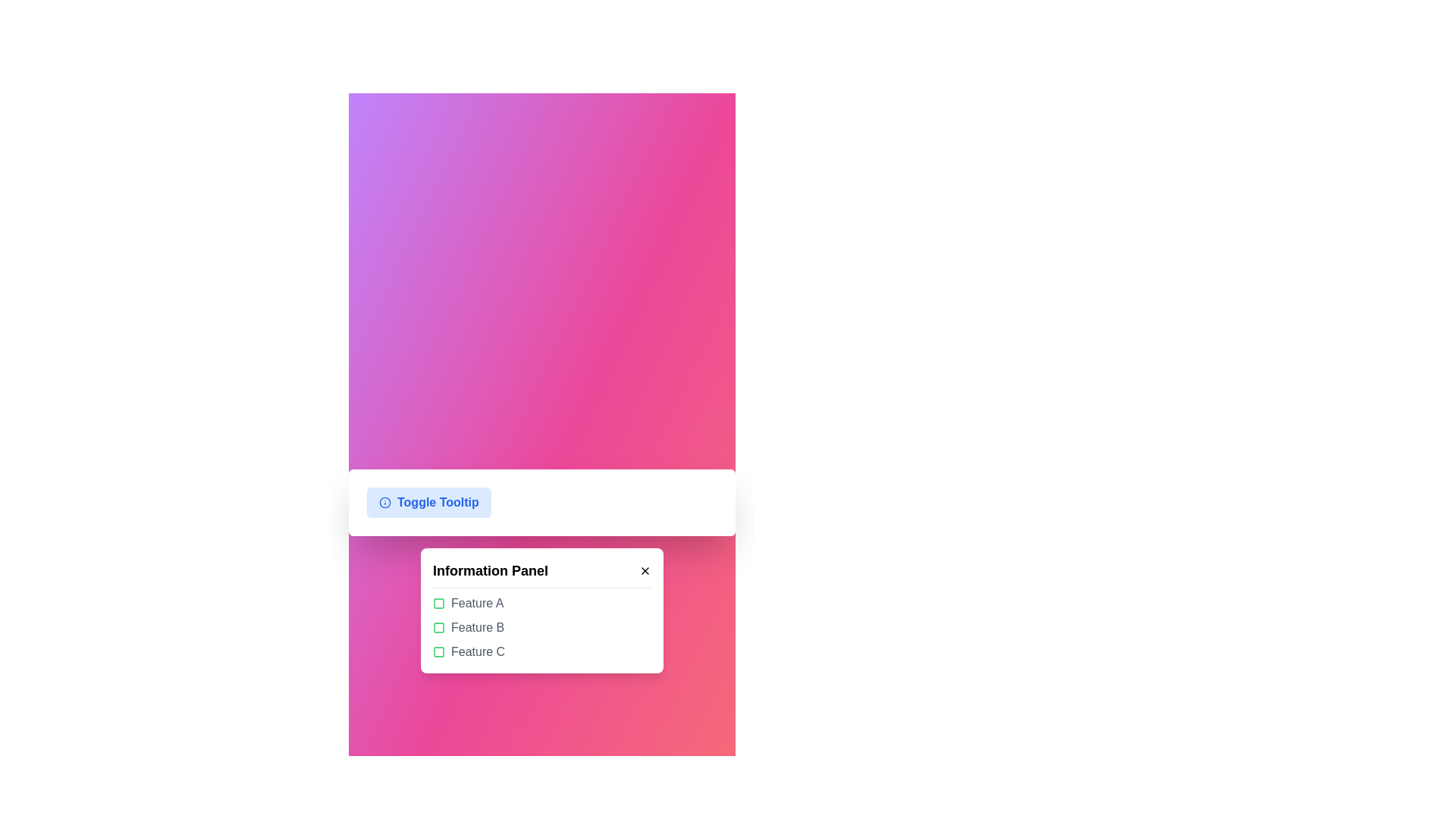  I want to click on text label that contains the phrase 'Feature B', which is styled with a gray font color and is the second item in the list between 'Feature A' and 'Feature C', so click(477, 628).